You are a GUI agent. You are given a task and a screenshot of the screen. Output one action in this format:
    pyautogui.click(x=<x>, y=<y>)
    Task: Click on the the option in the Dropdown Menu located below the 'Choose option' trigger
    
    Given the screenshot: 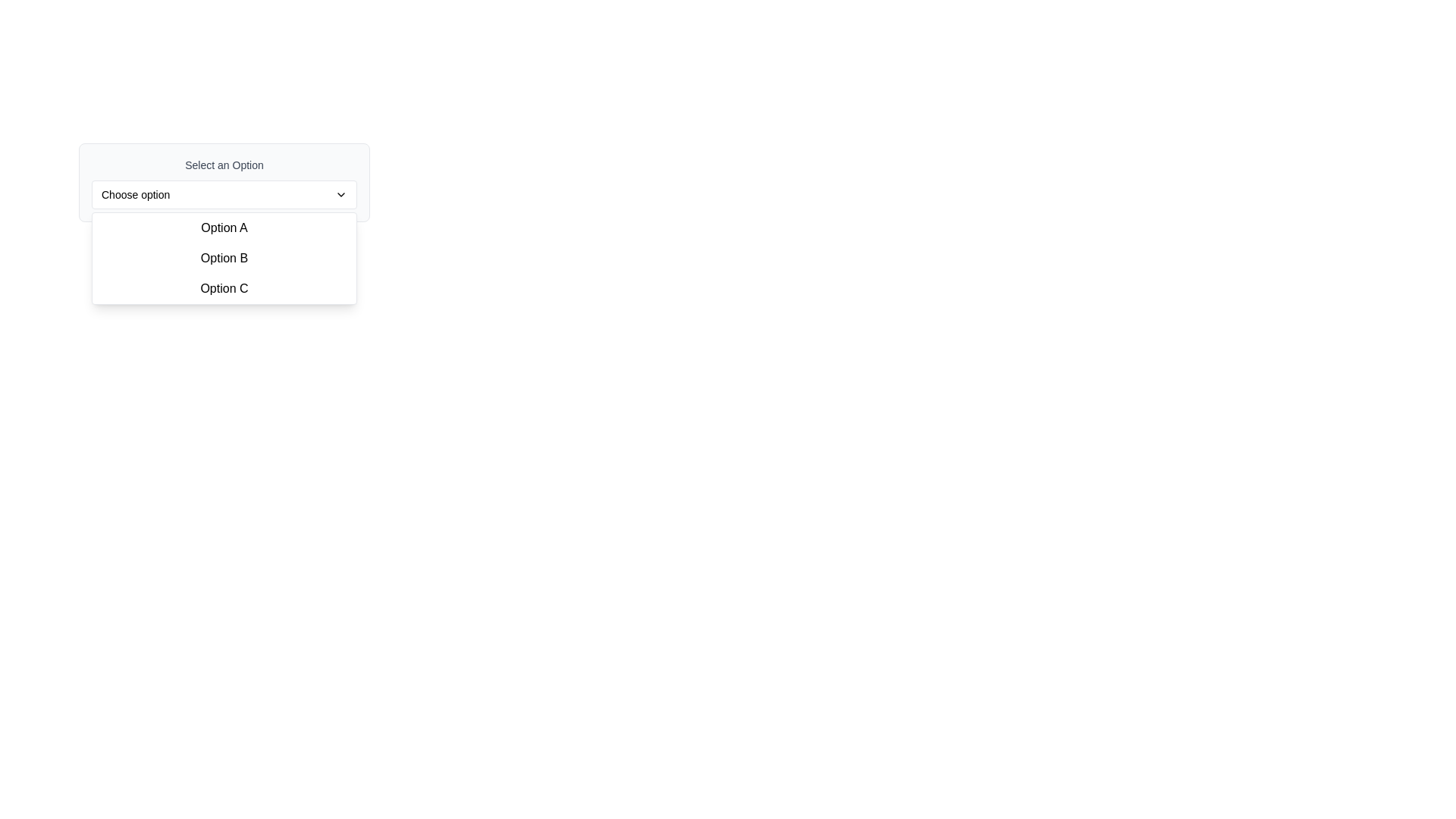 What is the action you would take?
    pyautogui.click(x=224, y=257)
    